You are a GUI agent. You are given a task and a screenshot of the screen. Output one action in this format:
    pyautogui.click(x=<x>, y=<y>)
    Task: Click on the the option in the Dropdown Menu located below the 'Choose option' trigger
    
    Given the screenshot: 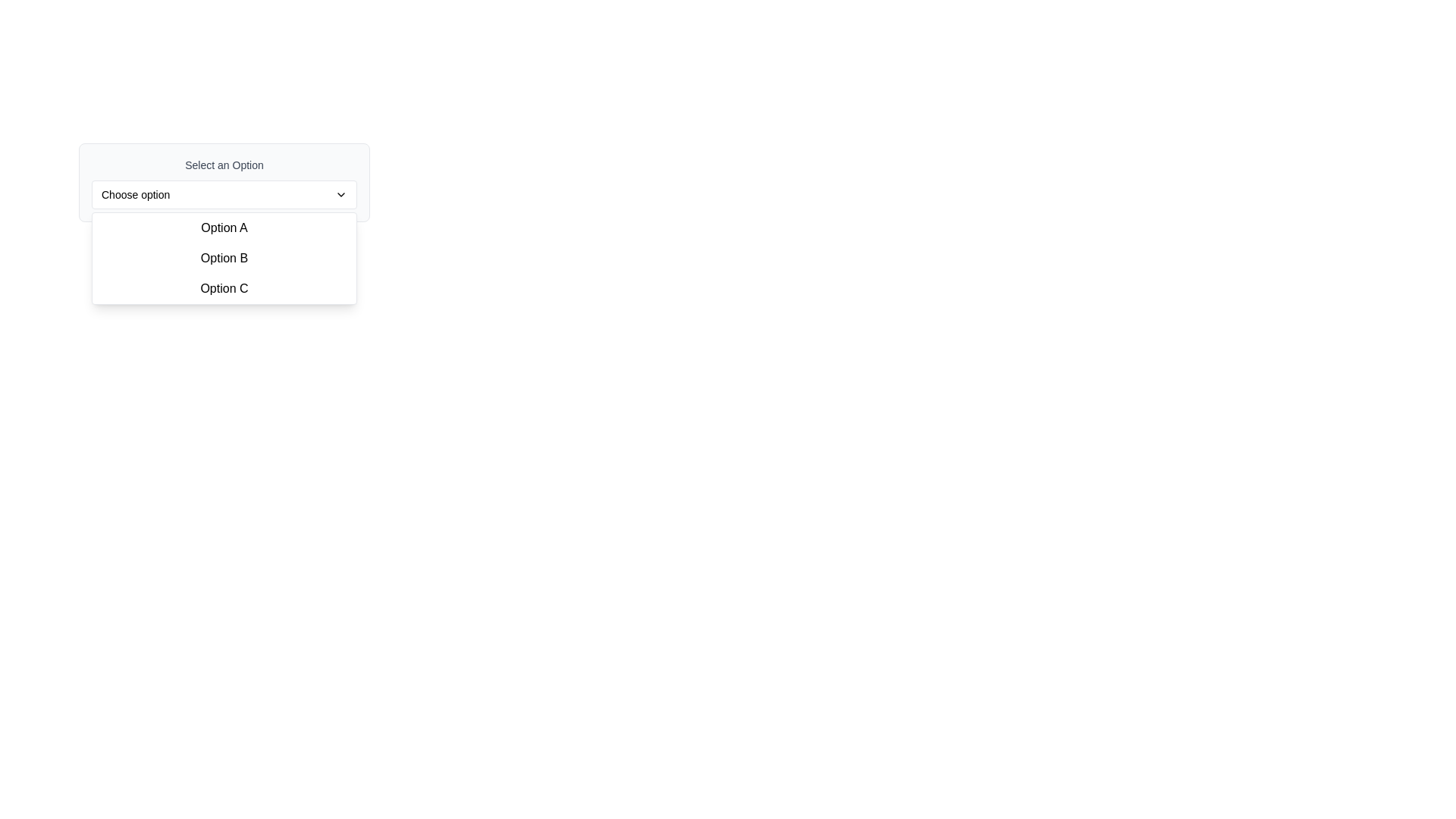 What is the action you would take?
    pyautogui.click(x=224, y=257)
    